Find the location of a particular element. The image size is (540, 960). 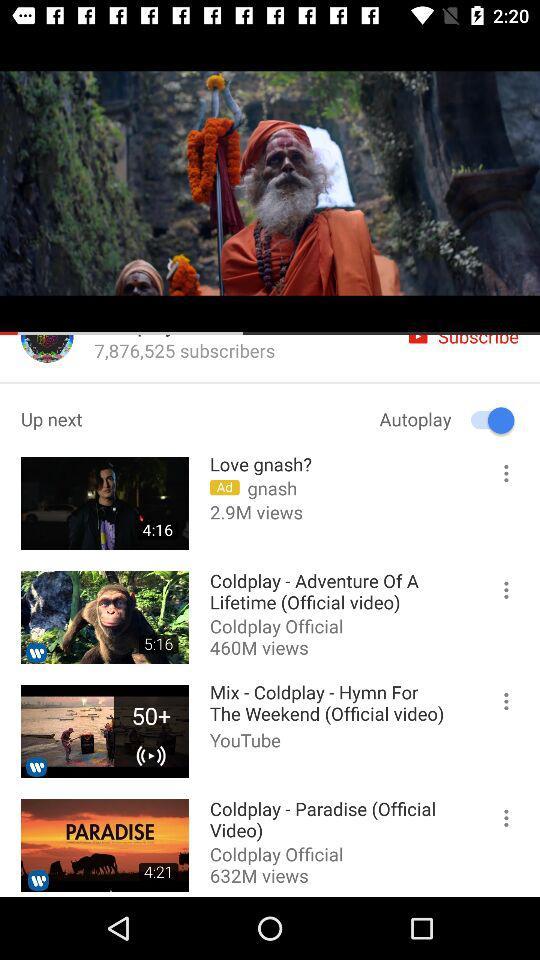

the third video from top is located at coordinates (104, 730).